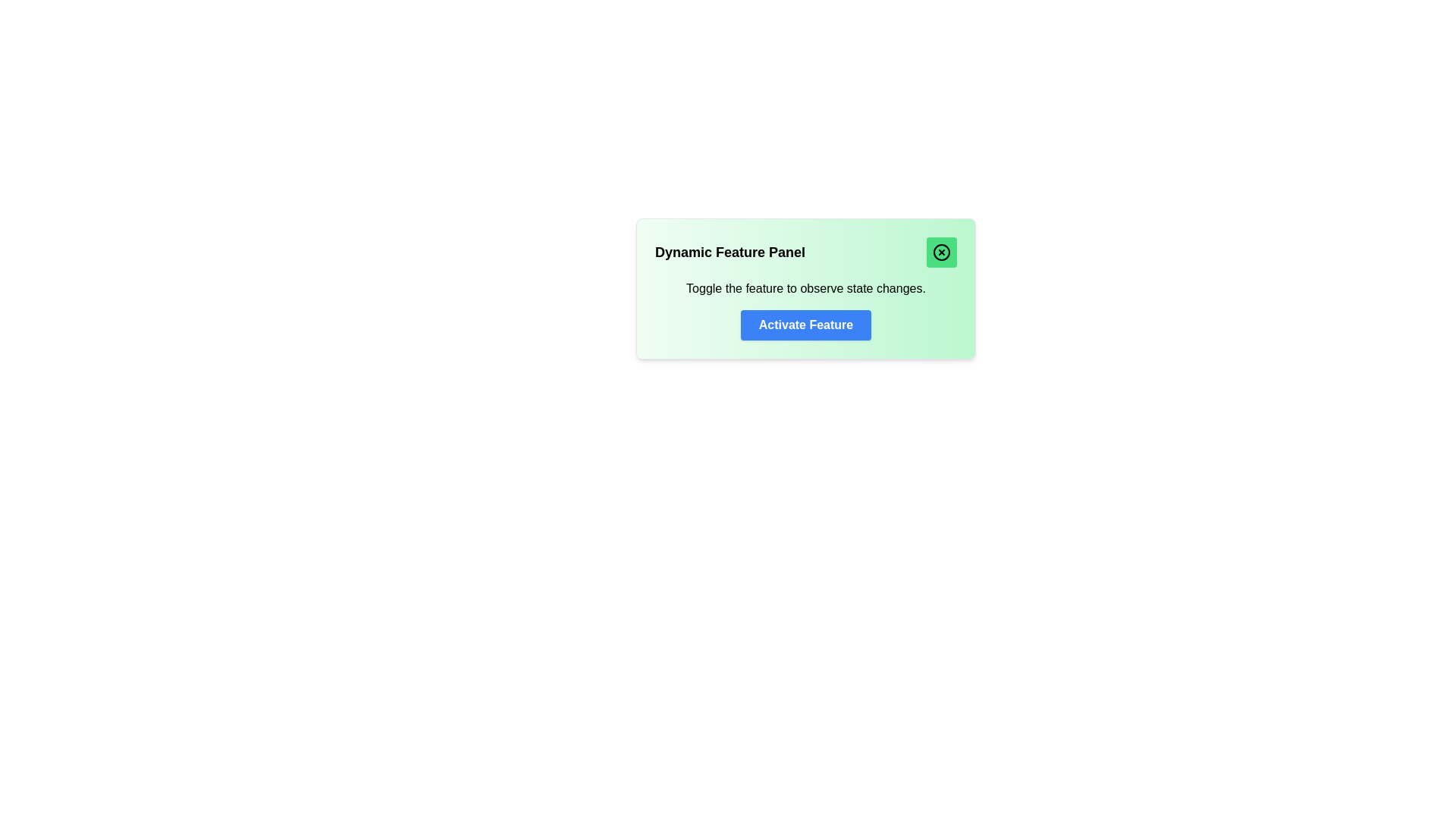 Image resolution: width=1456 pixels, height=819 pixels. I want to click on the icon-style button located in the upper-right portion of the green rounded rectangular box, so click(941, 251).